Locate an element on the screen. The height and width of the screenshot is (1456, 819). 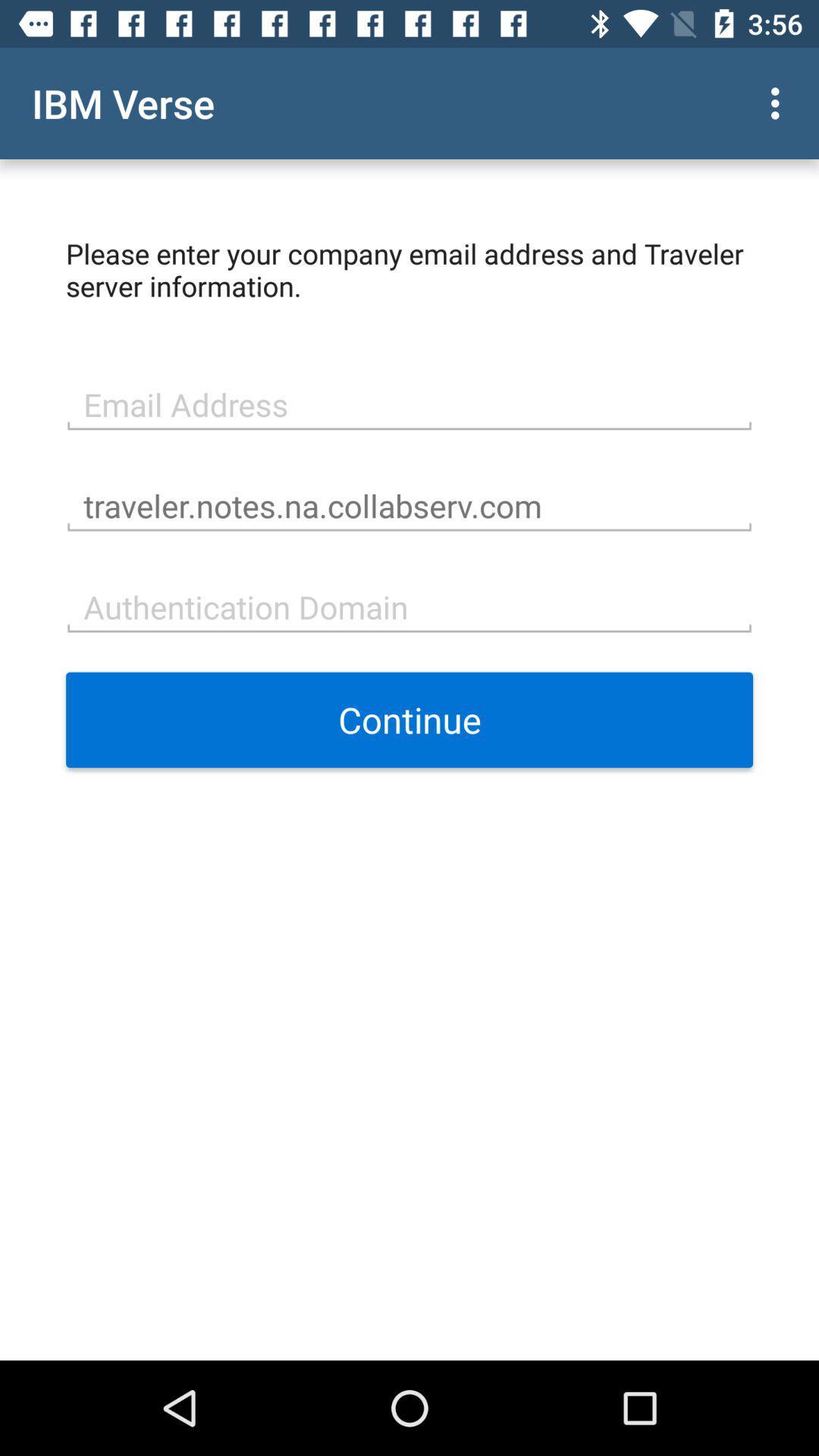
the item above please enter your is located at coordinates (779, 102).